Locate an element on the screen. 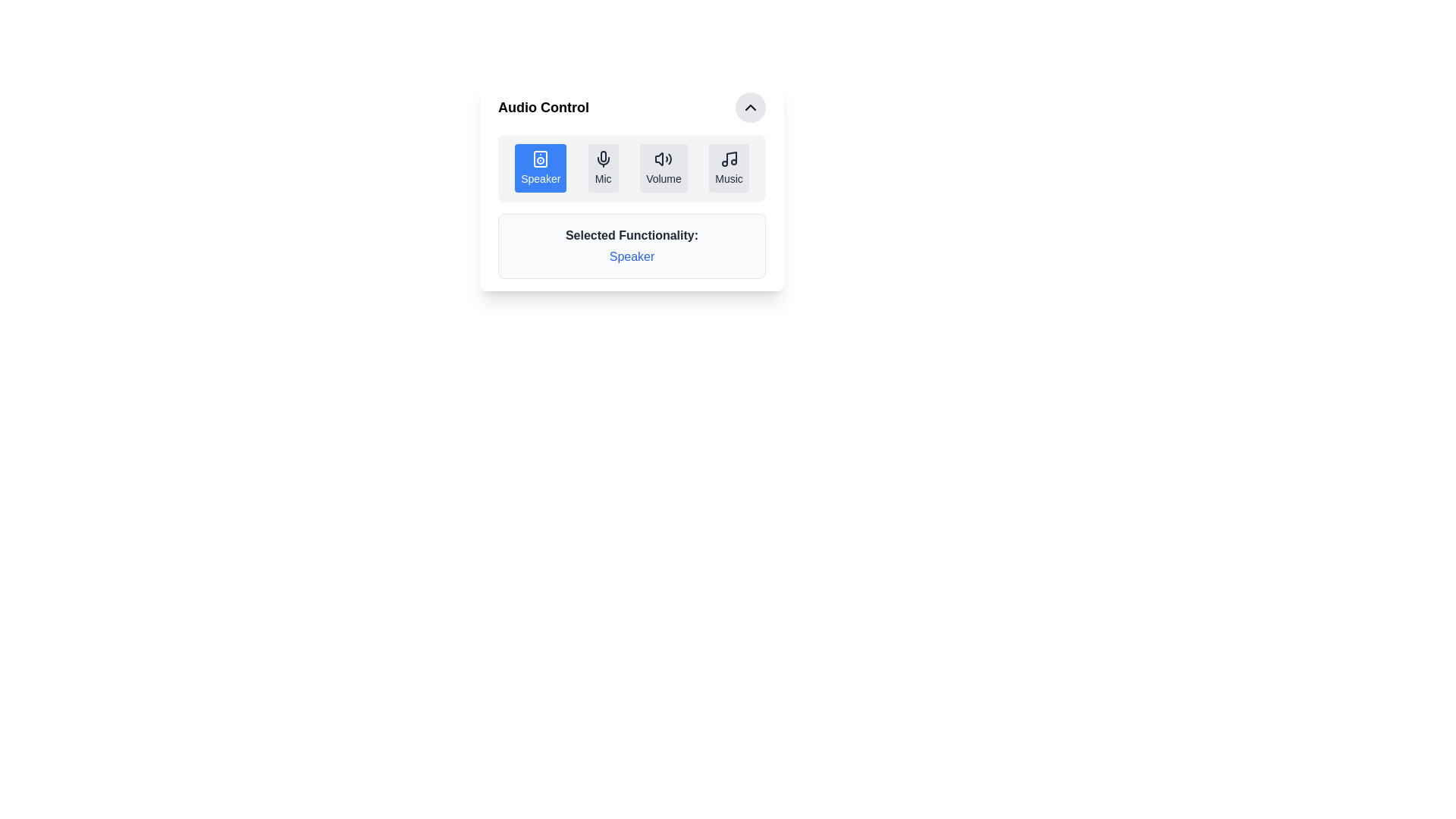 Image resolution: width=1456 pixels, height=819 pixels. the Chevron Up icon located at the top-right corner of the interface is located at coordinates (750, 107).